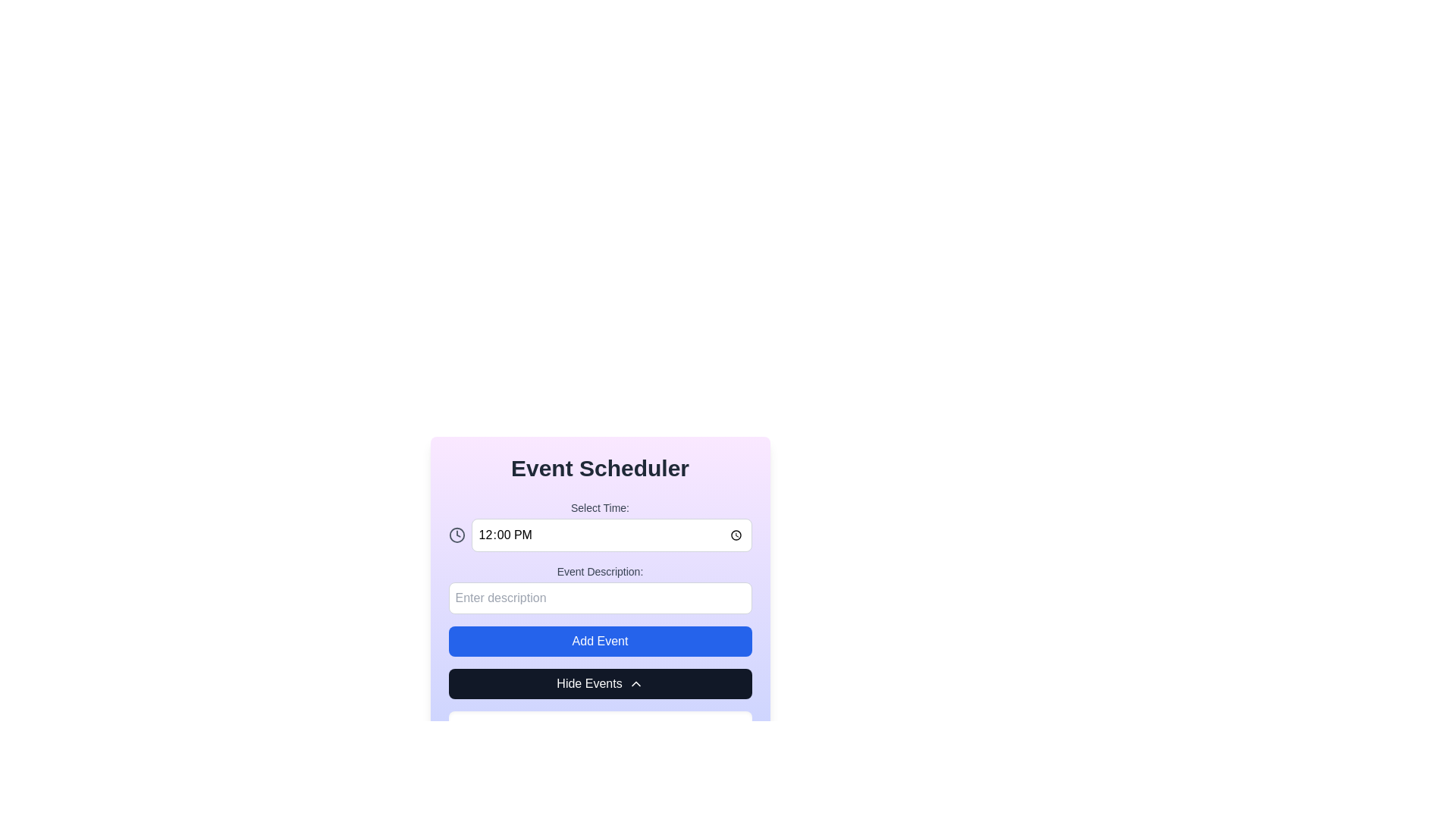  Describe the element at coordinates (635, 684) in the screenshot. I see `the icon located to the right of the text within the 'Hide Events' button at the bottom of the Event Scheduler section` at that location.